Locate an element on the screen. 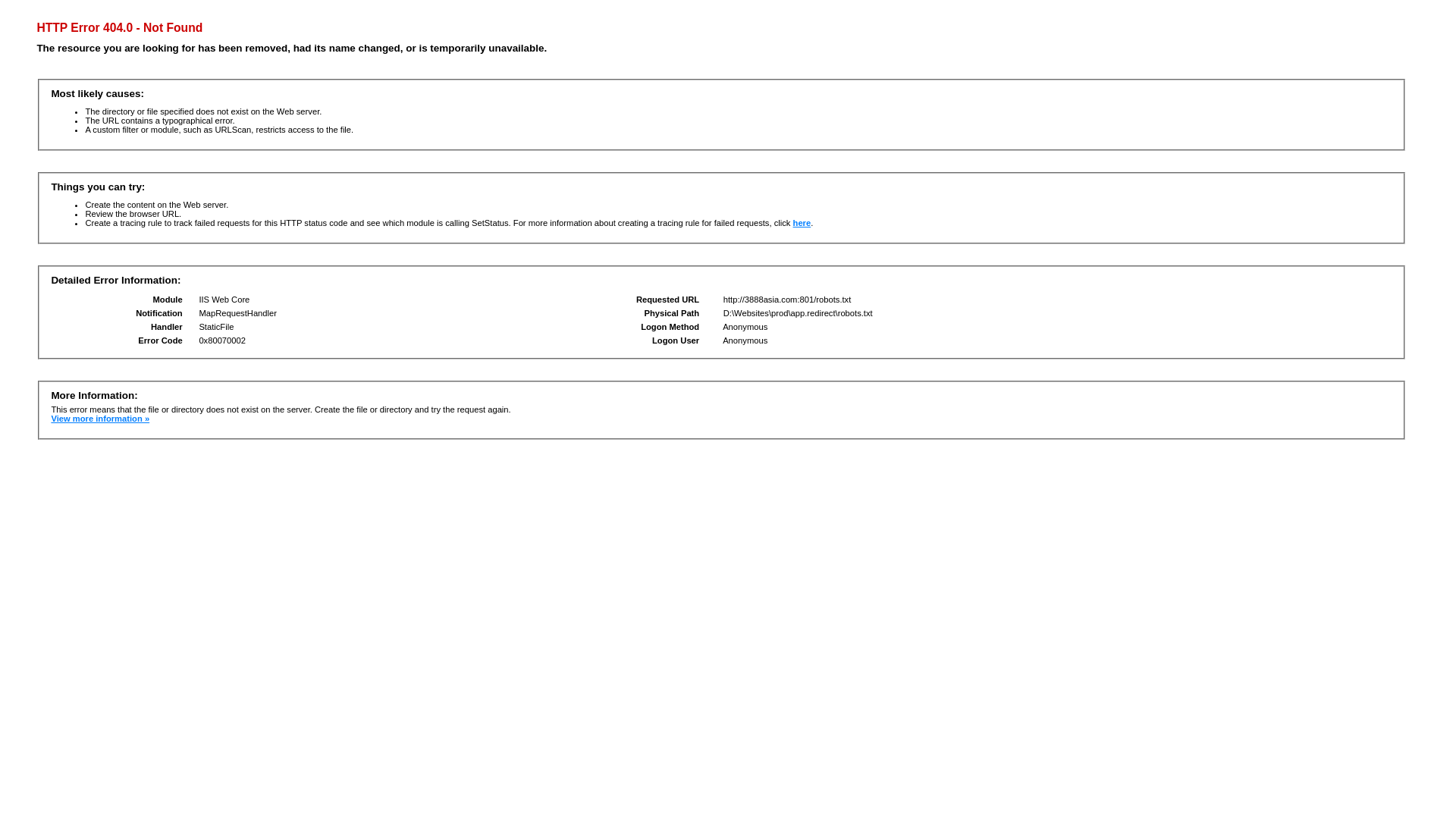 The width and height of the screenshot is (1456, 819). 'here' is located at coordinates (792, 222).